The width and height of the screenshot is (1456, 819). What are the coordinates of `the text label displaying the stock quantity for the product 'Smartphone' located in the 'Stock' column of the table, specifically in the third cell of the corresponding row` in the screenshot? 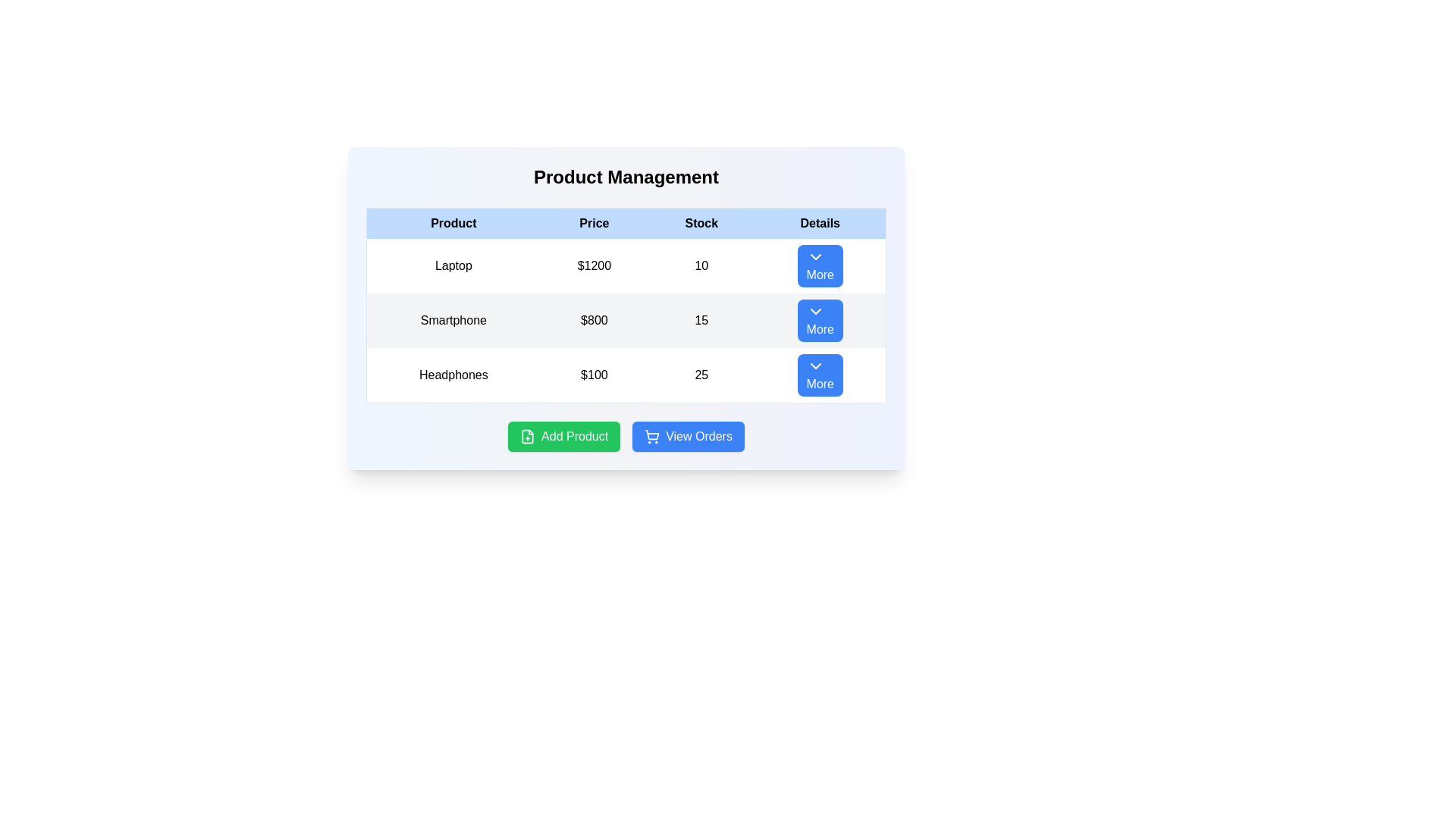 It's located at (701, 320).